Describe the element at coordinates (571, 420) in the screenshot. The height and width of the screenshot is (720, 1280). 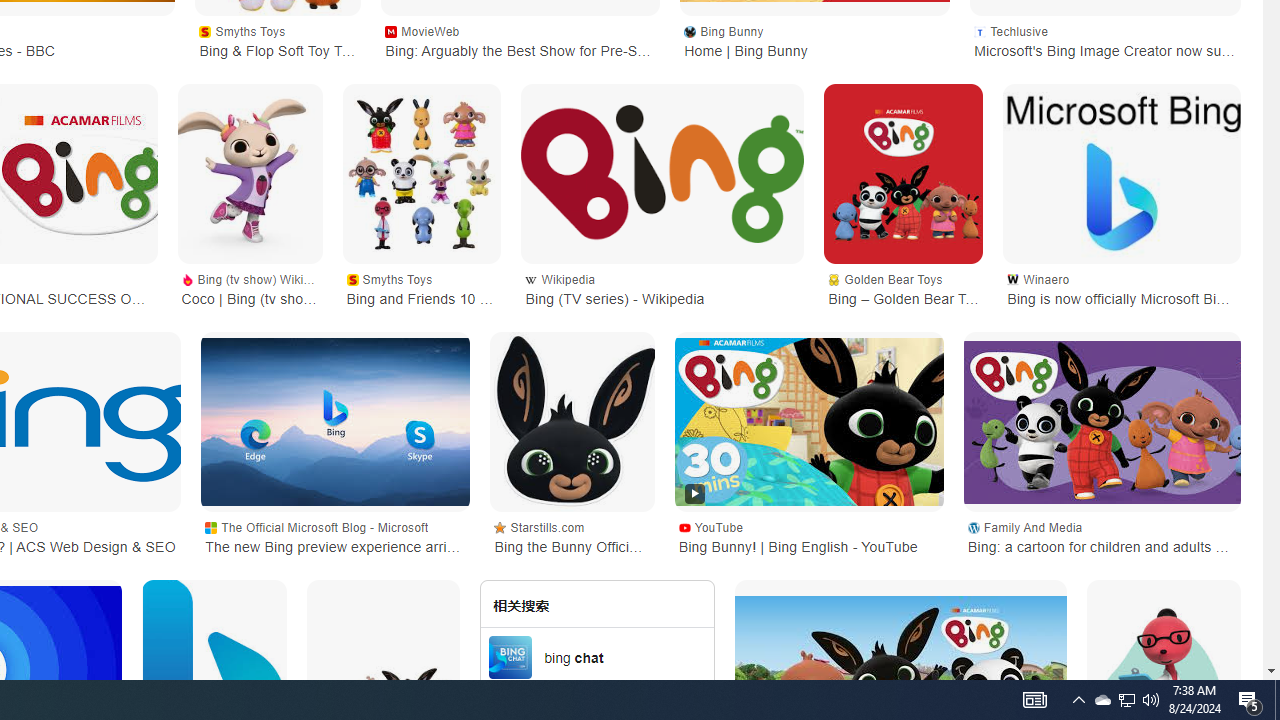
I see `'Bing the Bunny Official 2D Card Party Mask'` at that location.